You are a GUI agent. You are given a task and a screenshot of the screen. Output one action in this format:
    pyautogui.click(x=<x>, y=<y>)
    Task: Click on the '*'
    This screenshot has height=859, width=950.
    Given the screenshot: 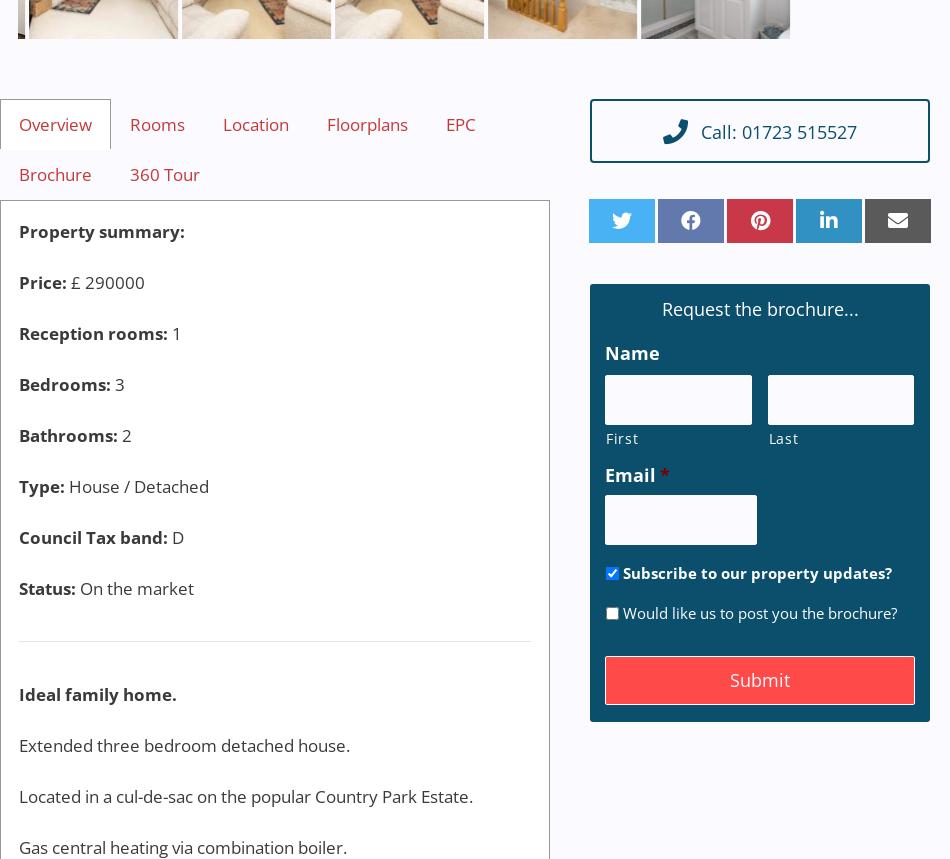 What is the action you would take?
    pyautogui.click(x=665, y=472)
    